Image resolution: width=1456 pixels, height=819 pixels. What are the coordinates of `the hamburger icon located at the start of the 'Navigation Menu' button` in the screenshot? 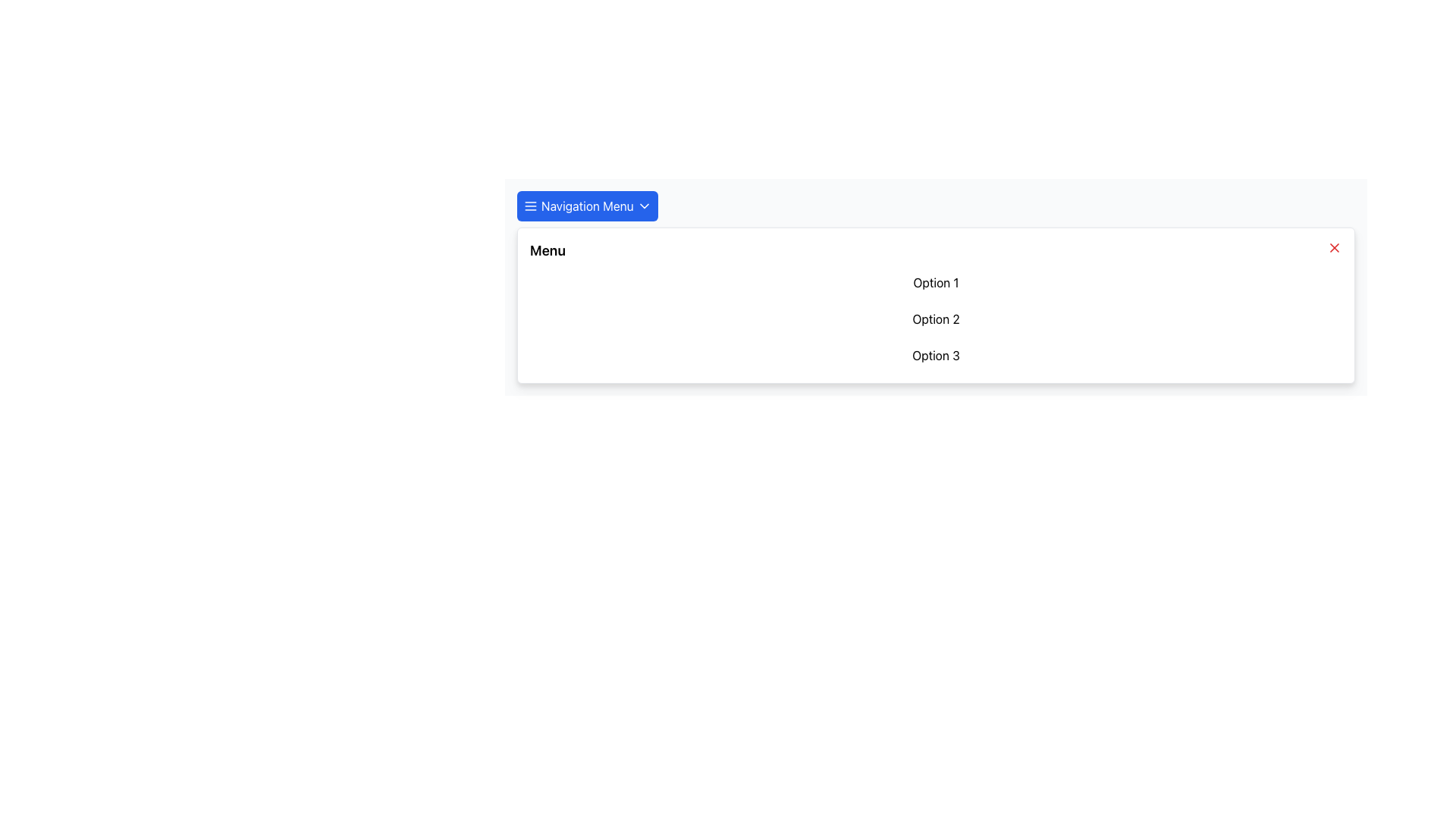 It's located at (531, 206).